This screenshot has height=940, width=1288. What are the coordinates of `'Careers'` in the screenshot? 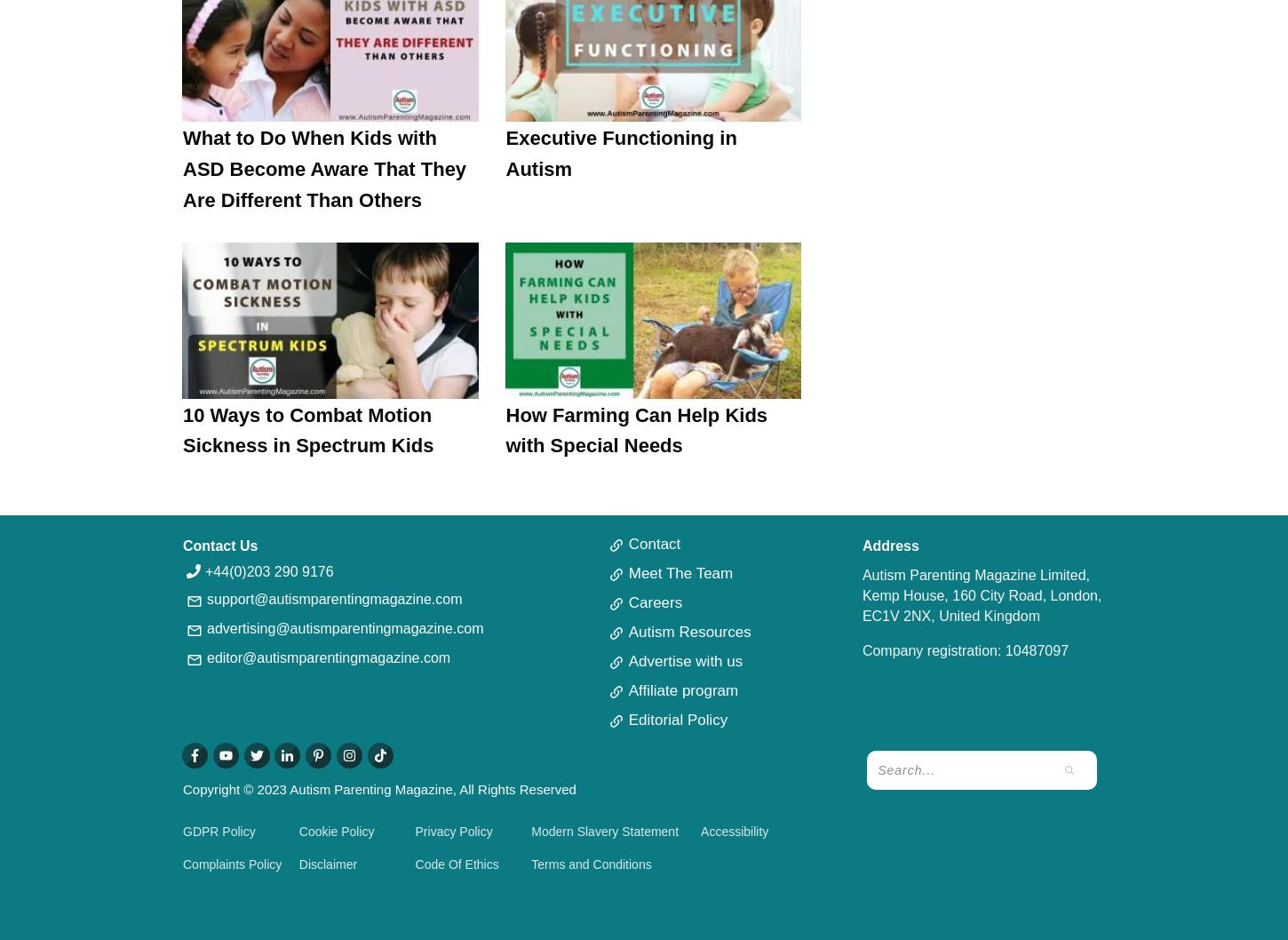 It's located at (655, 601).